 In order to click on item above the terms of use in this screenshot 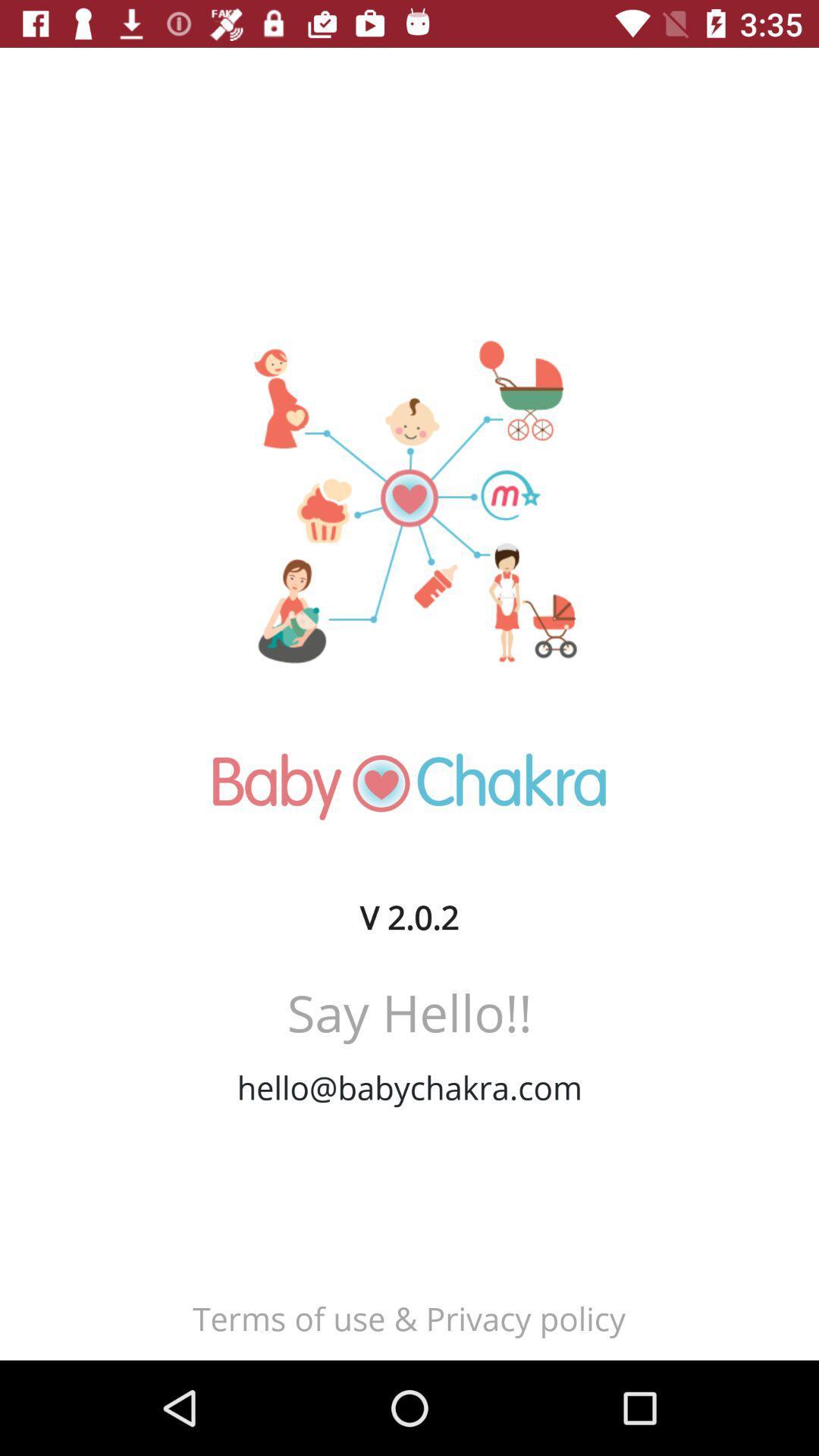, I will do `click(409, 1087)`.